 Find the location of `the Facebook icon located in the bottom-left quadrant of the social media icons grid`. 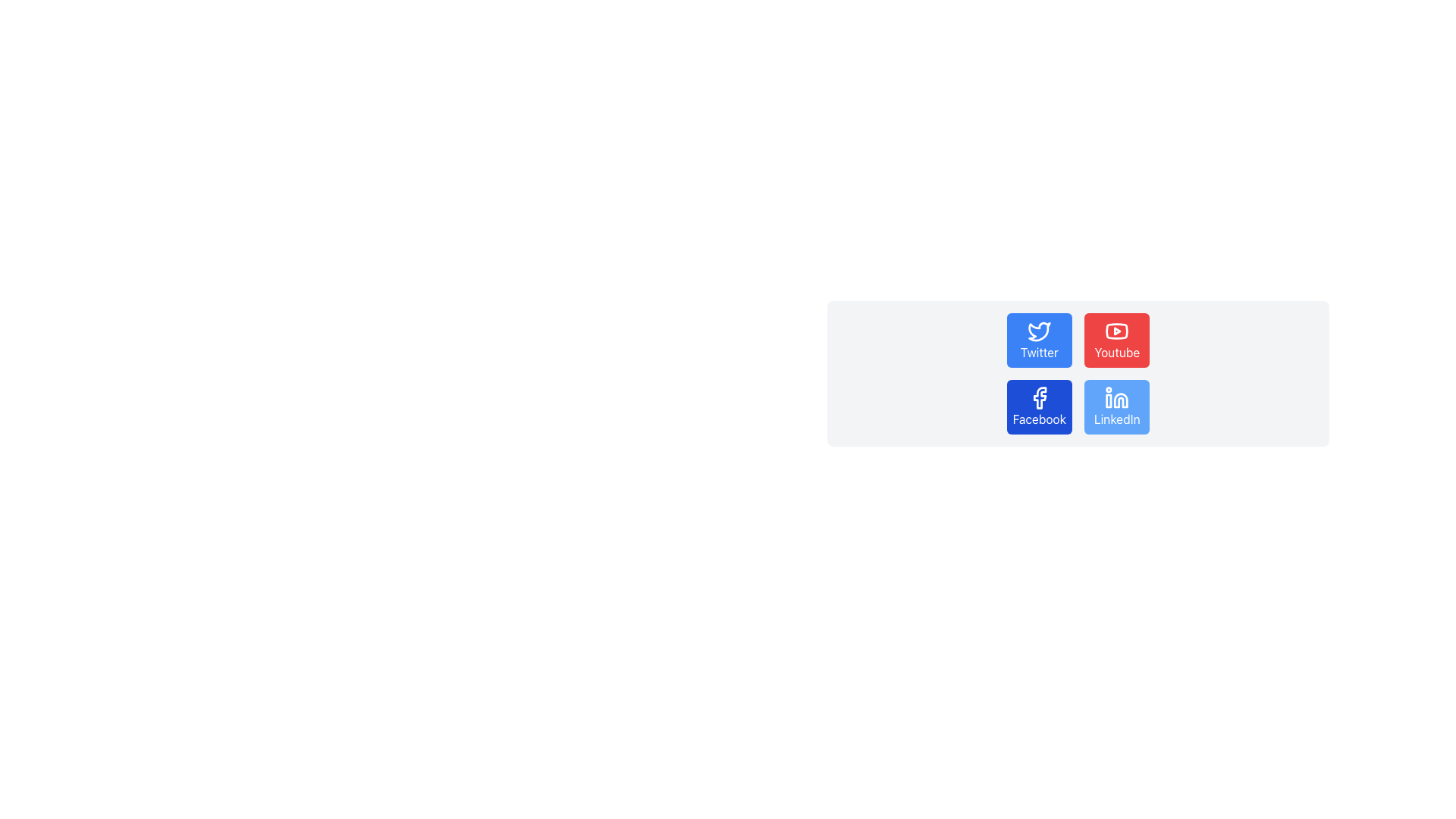

the Facebook icon located in the bottom-left quadrant of the social media icons grid is located at coordinates (1039, 397).